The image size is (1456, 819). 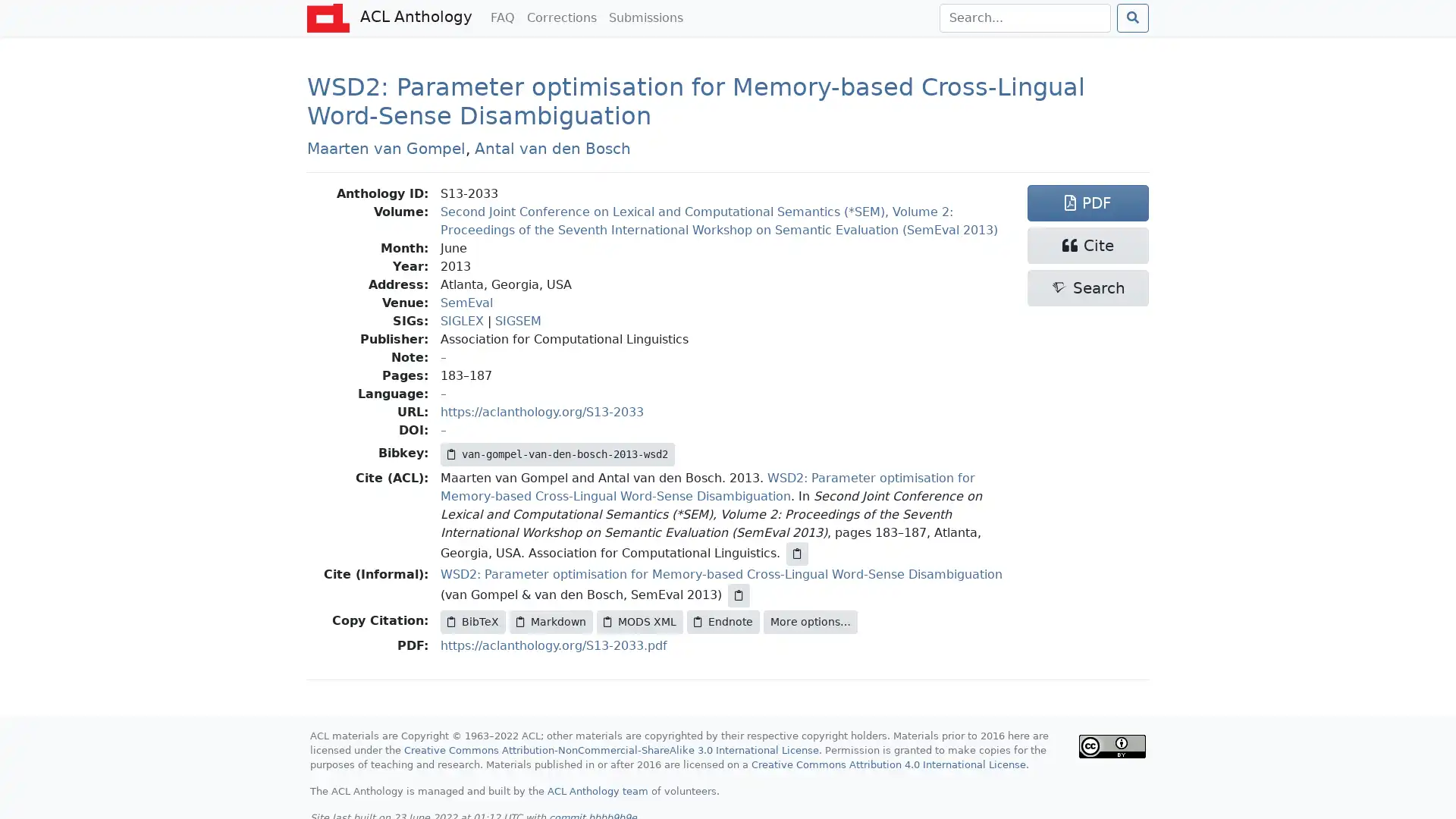 What do you see at coordinates (810, 621) in the screenshot?
I see `More options...` at bounding box center [810, 621].